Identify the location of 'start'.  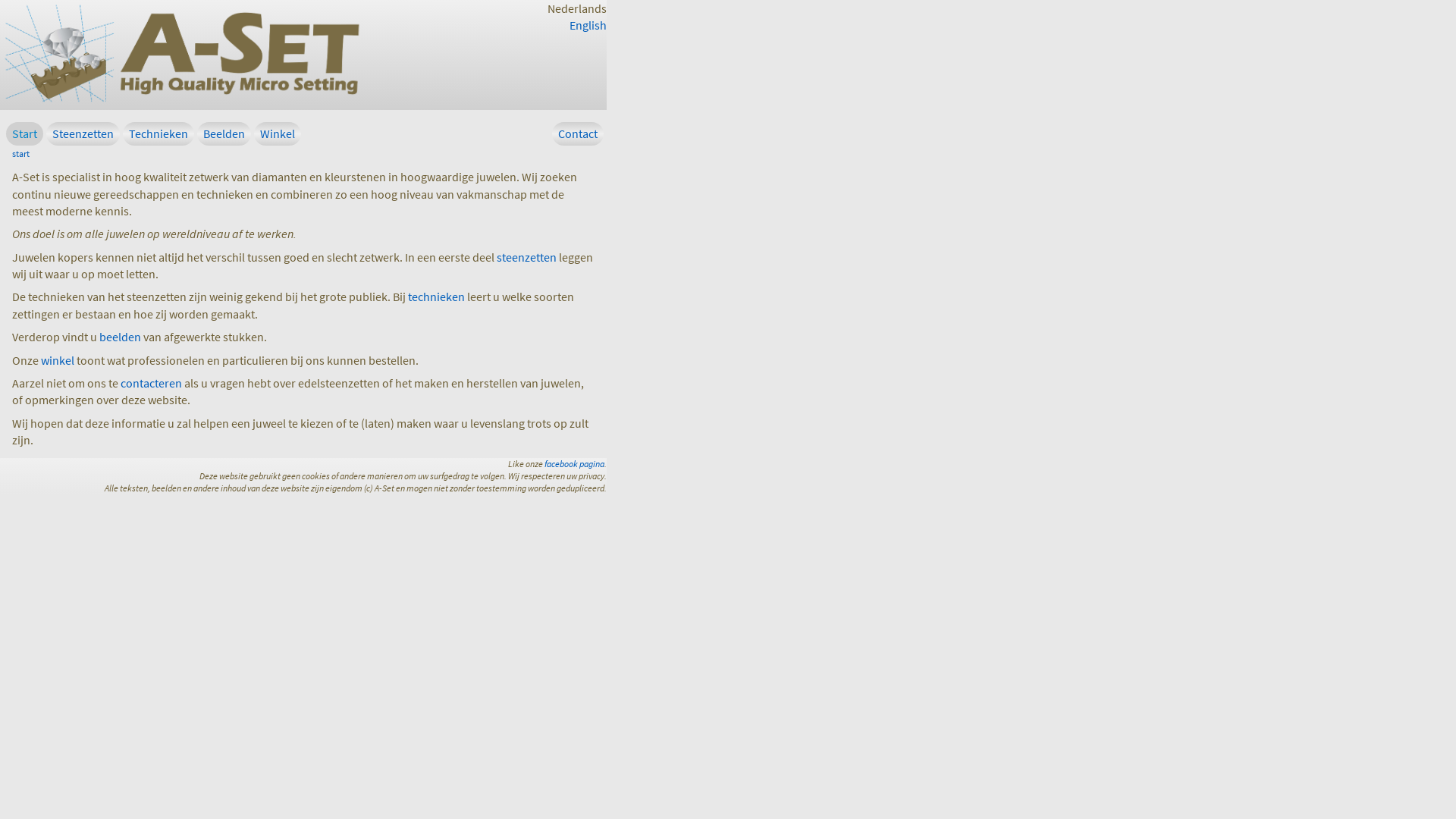
(11, 153).